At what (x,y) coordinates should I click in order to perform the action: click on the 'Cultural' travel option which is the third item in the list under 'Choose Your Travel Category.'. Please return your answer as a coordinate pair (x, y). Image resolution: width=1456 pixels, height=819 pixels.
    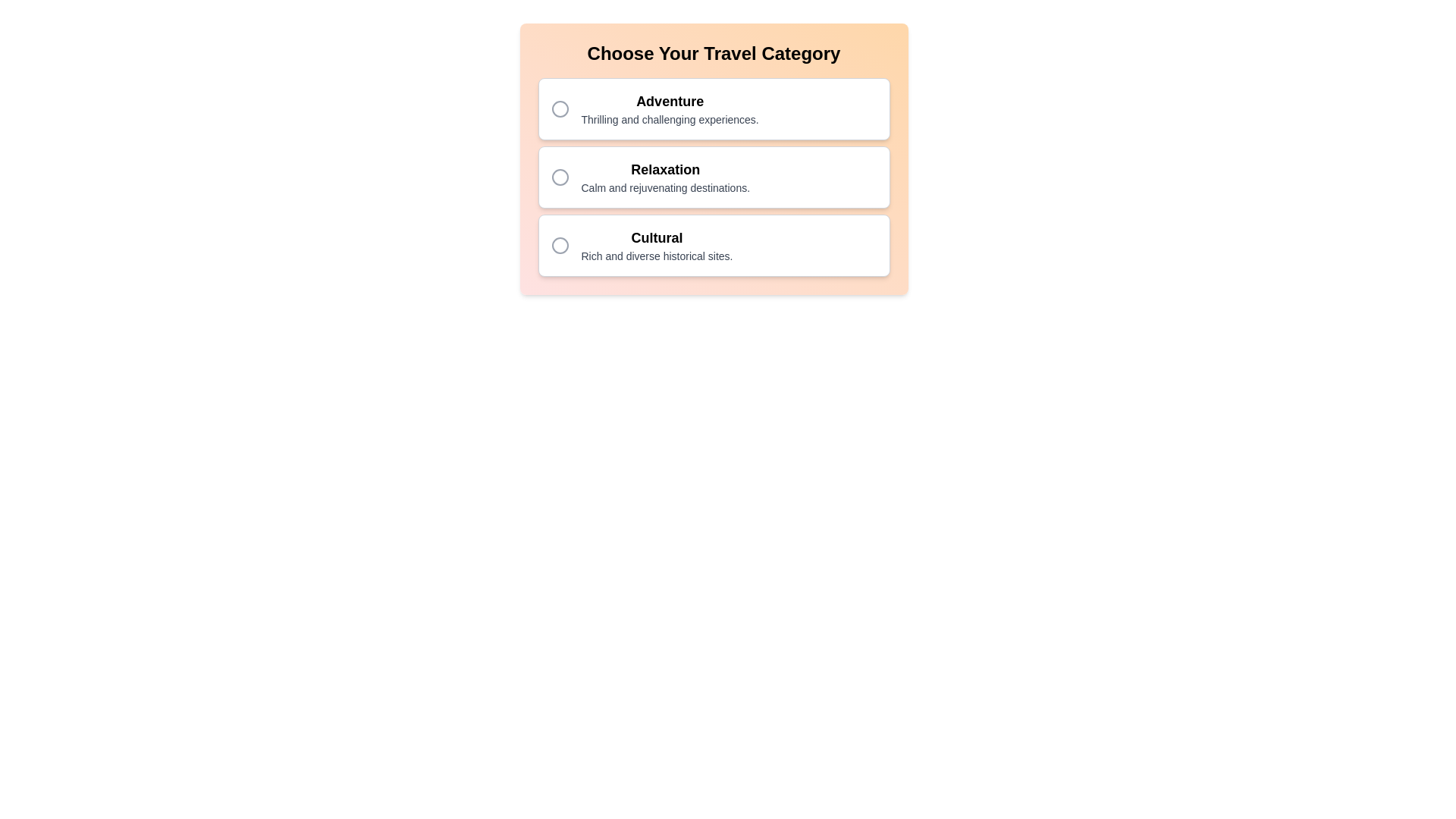
    Looking at the image, I should click on (657, 245).